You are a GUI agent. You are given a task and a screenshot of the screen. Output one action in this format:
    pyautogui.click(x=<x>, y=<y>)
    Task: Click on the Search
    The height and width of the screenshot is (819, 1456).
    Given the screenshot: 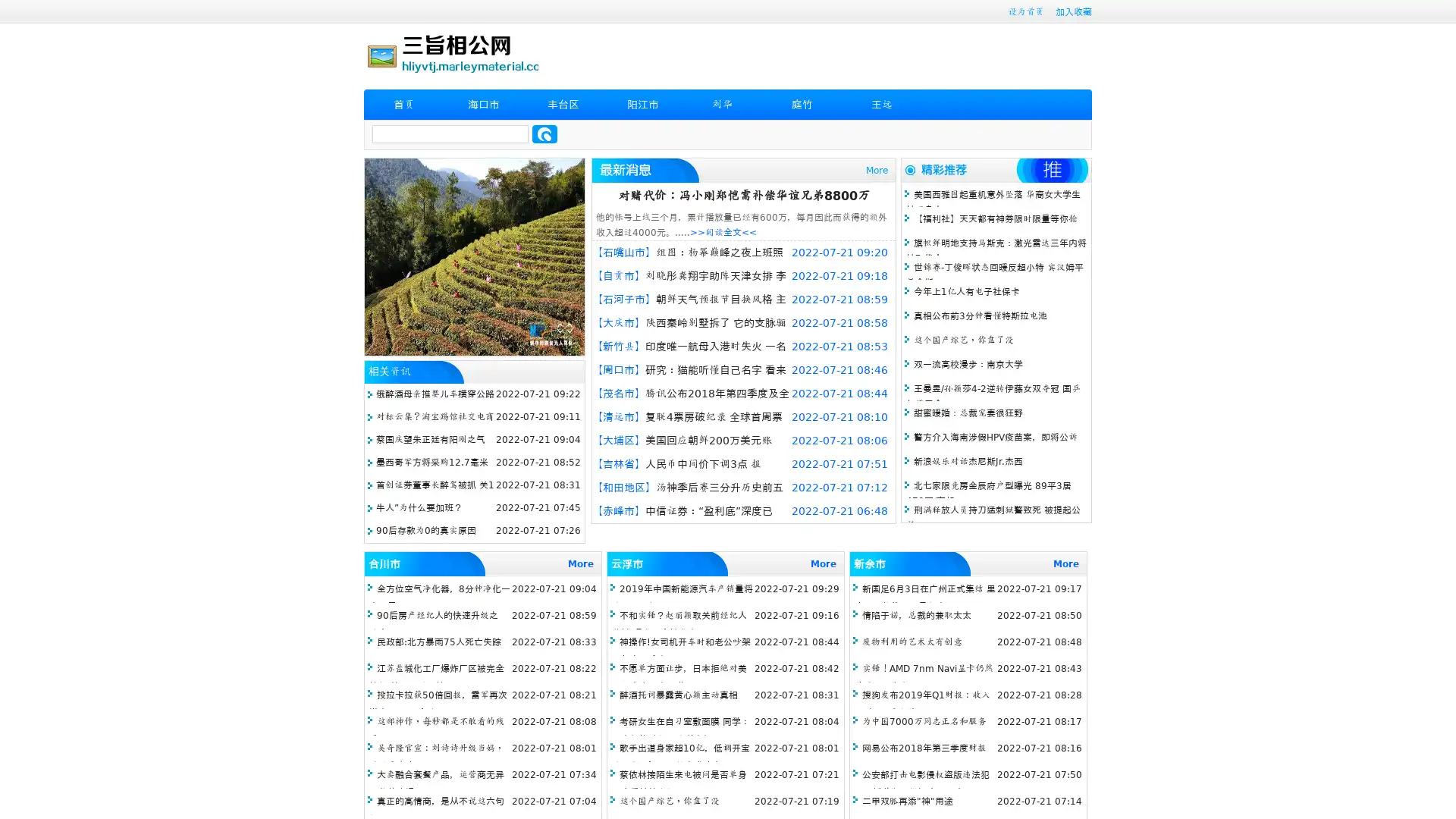 What is the action you would take?
    pyautogui.click(x=544, y=133)
    